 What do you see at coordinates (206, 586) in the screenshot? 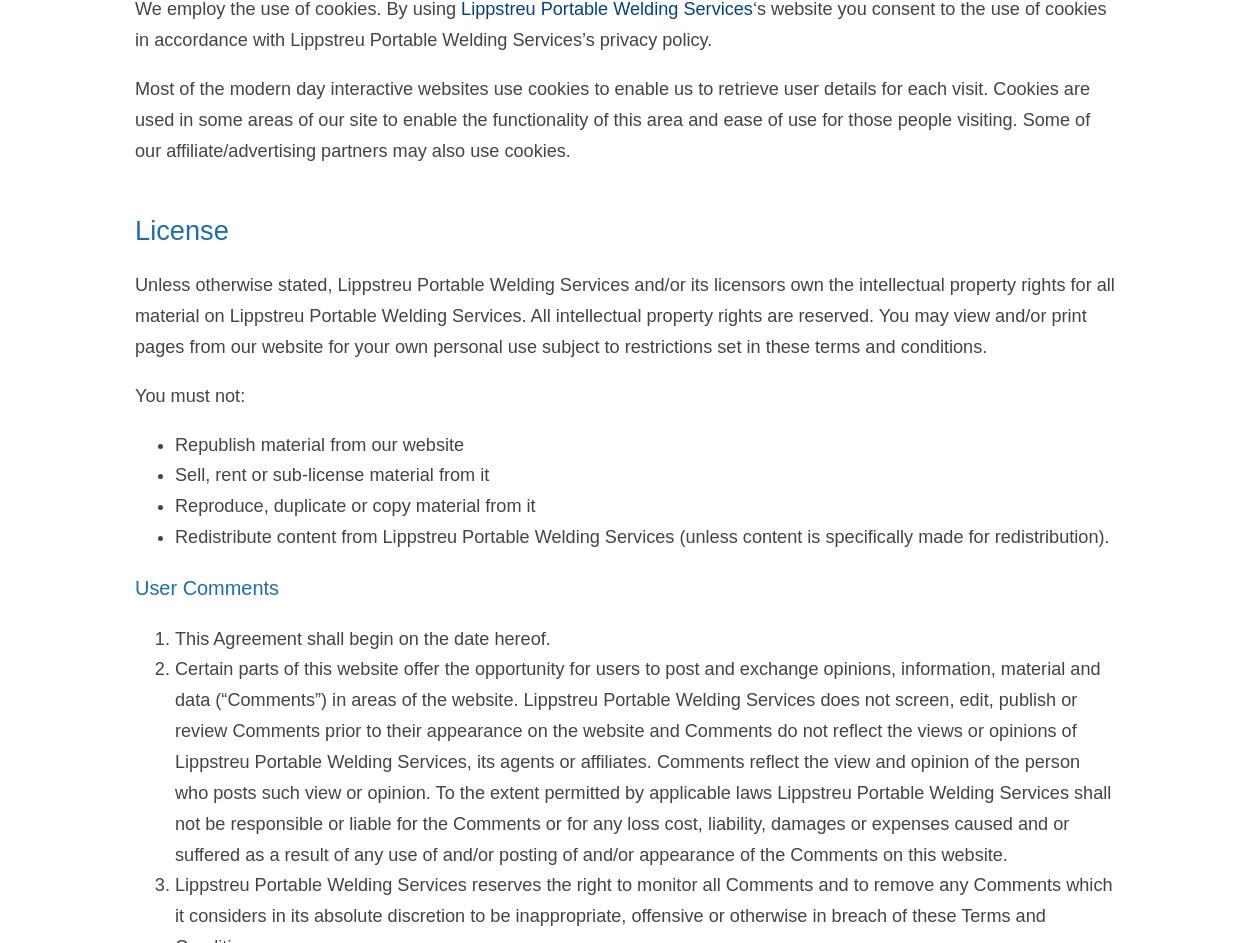
I see `'User Comments'` at bounding box center [206, 586].